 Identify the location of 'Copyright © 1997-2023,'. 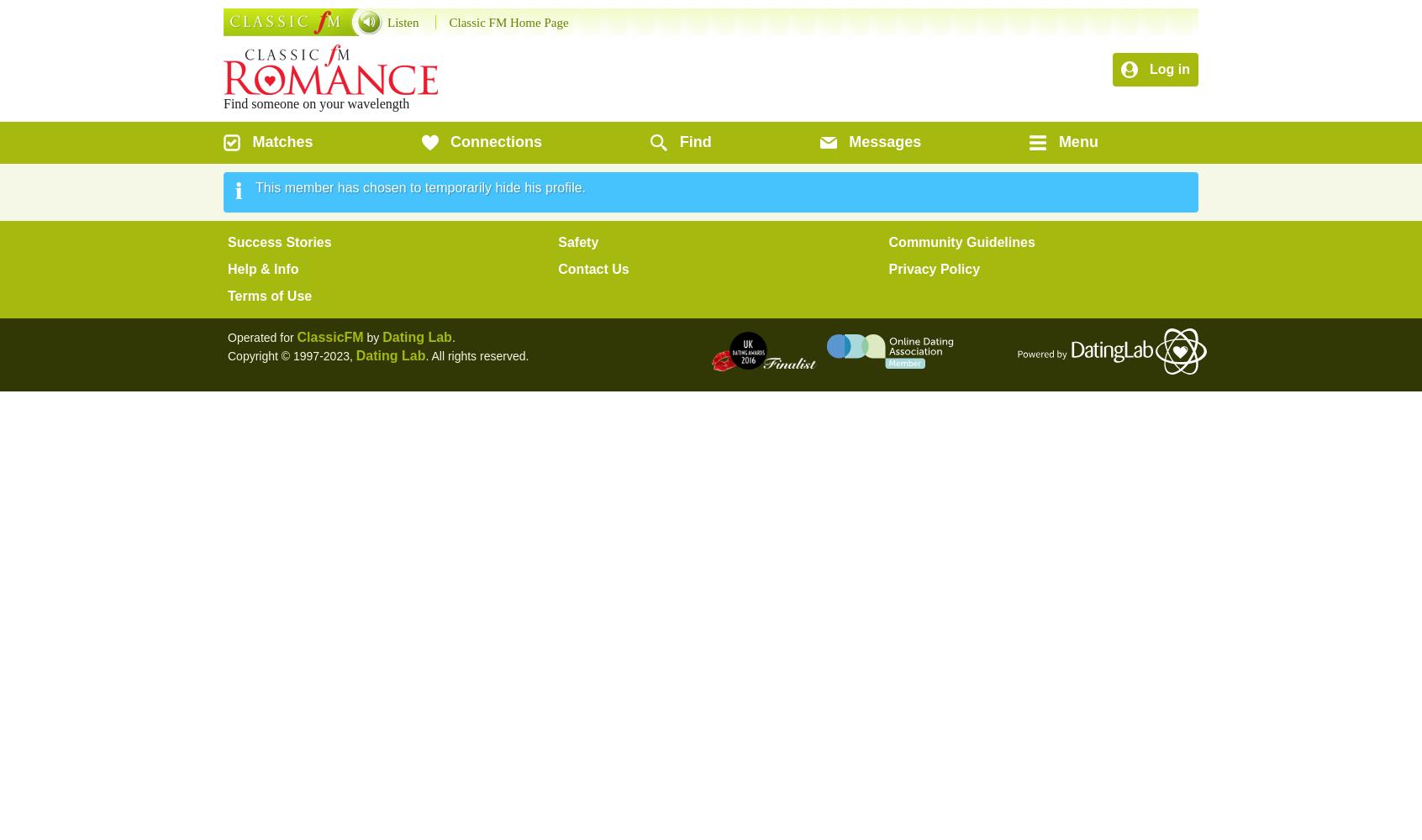
(291, 356).